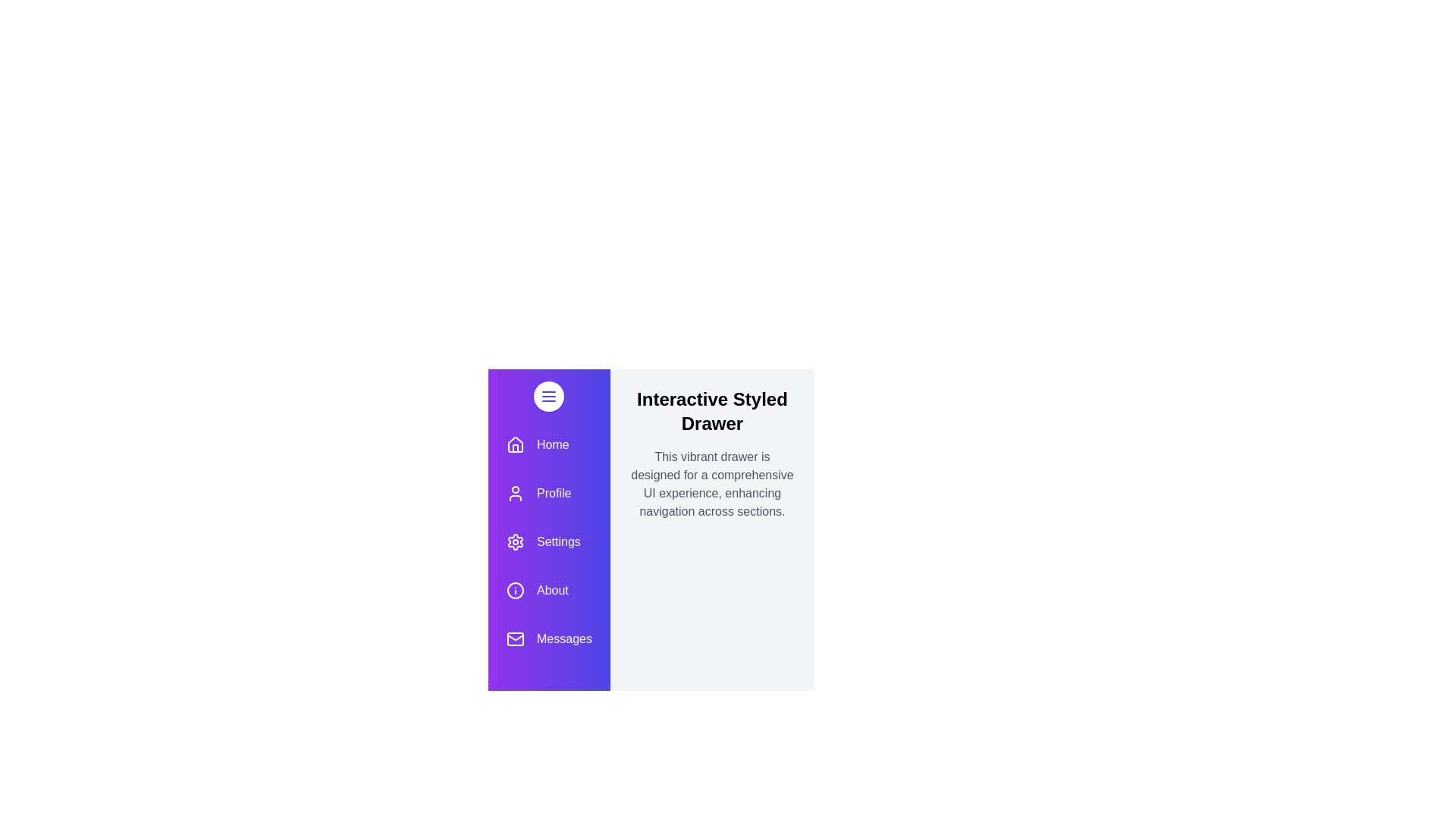 This screenshot has width=1456, height=819. I want to click on the menu item labeled Home, so click(548, 444).